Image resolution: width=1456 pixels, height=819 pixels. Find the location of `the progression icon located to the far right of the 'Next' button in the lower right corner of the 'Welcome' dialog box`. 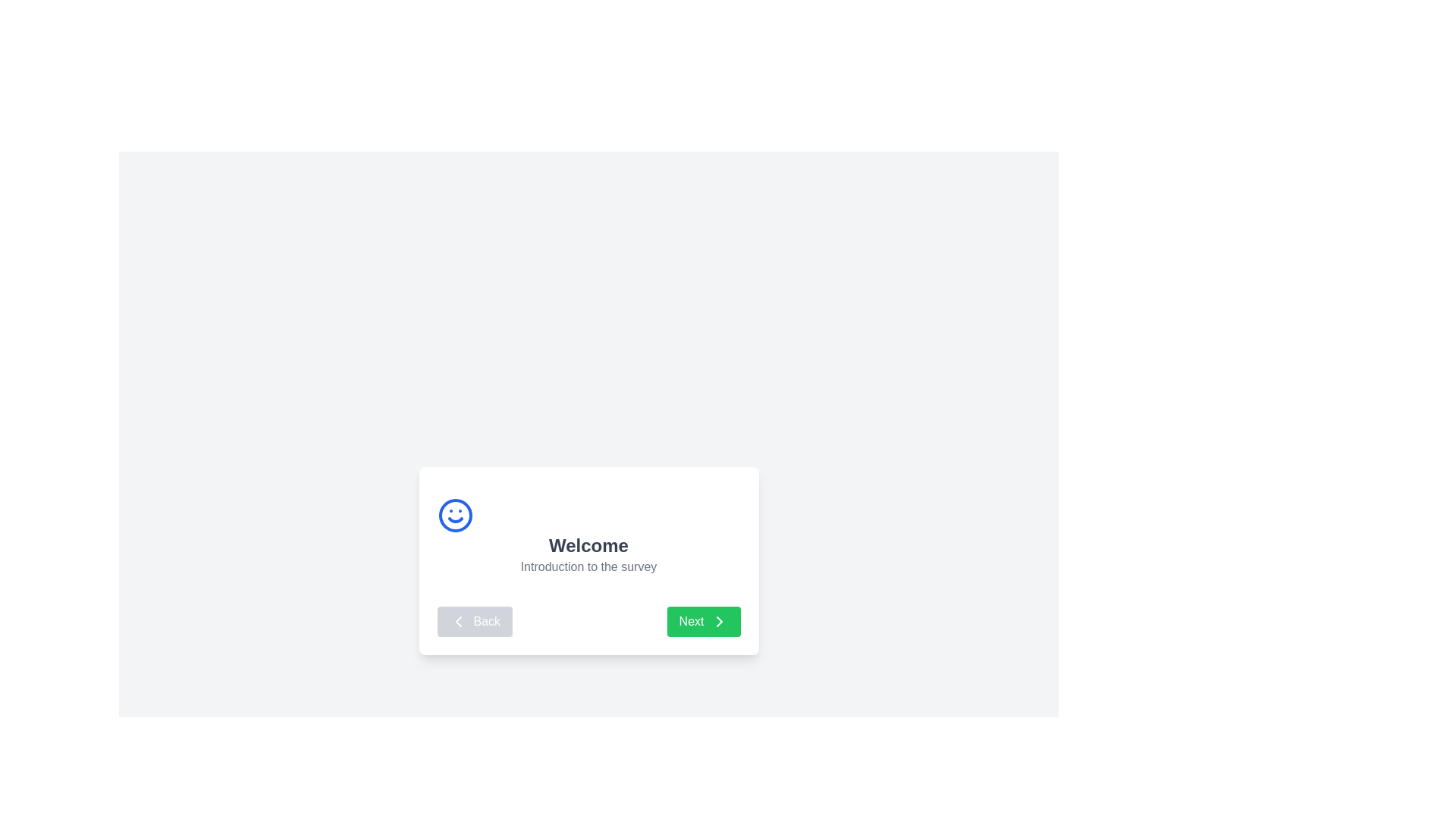

the progression icon located to the far right of the 'Next' button in the lower right corner of the 'Welcome' dialog box is located at coordinates (718, 622).